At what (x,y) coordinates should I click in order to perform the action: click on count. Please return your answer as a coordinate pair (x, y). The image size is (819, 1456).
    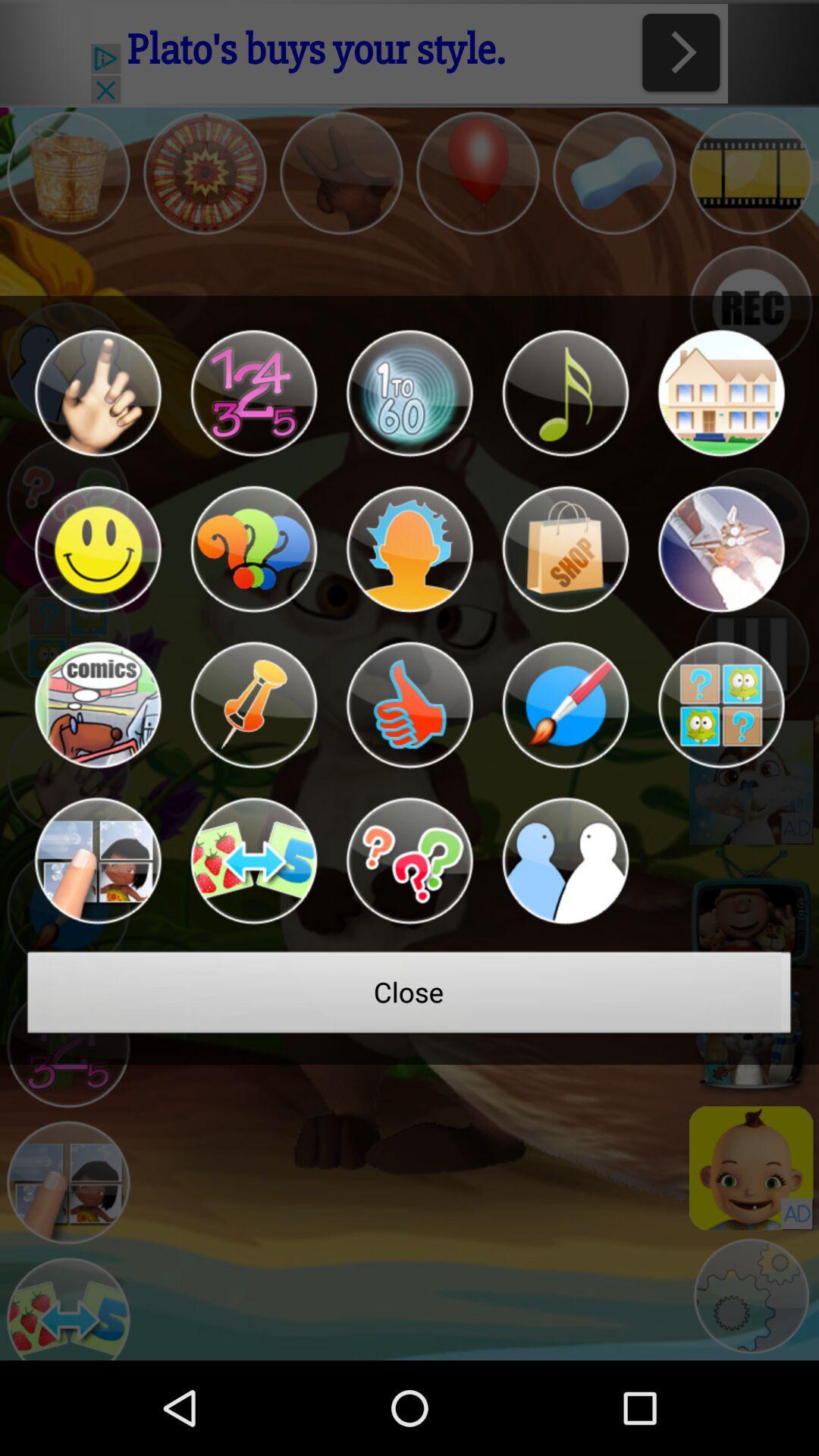
    Looking at the image, I should click on (409, 393).